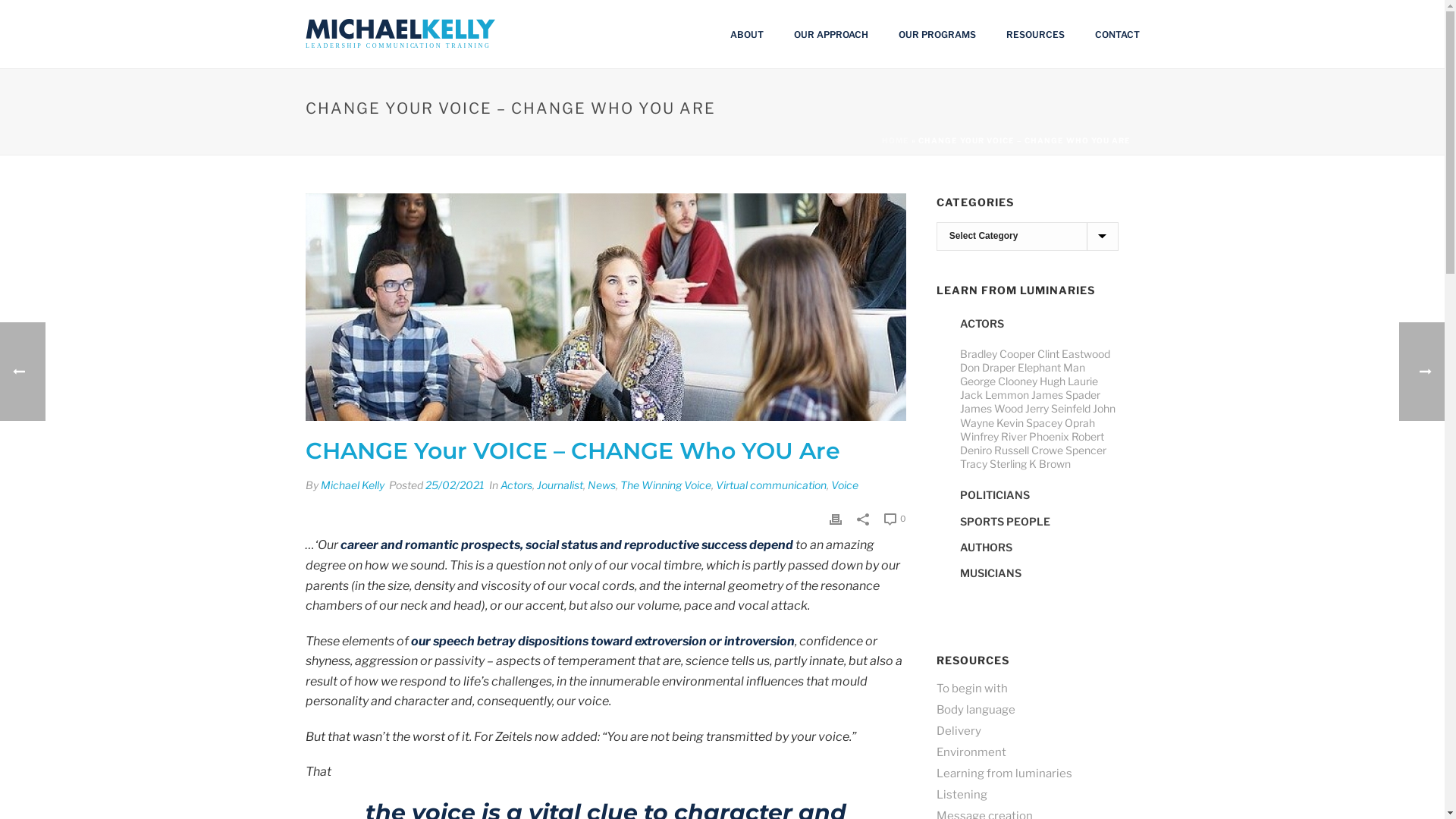  What do you see at coordinates (975, 710) in the screenshot?
I see `'Body language'` at bounding box center [975, 710].